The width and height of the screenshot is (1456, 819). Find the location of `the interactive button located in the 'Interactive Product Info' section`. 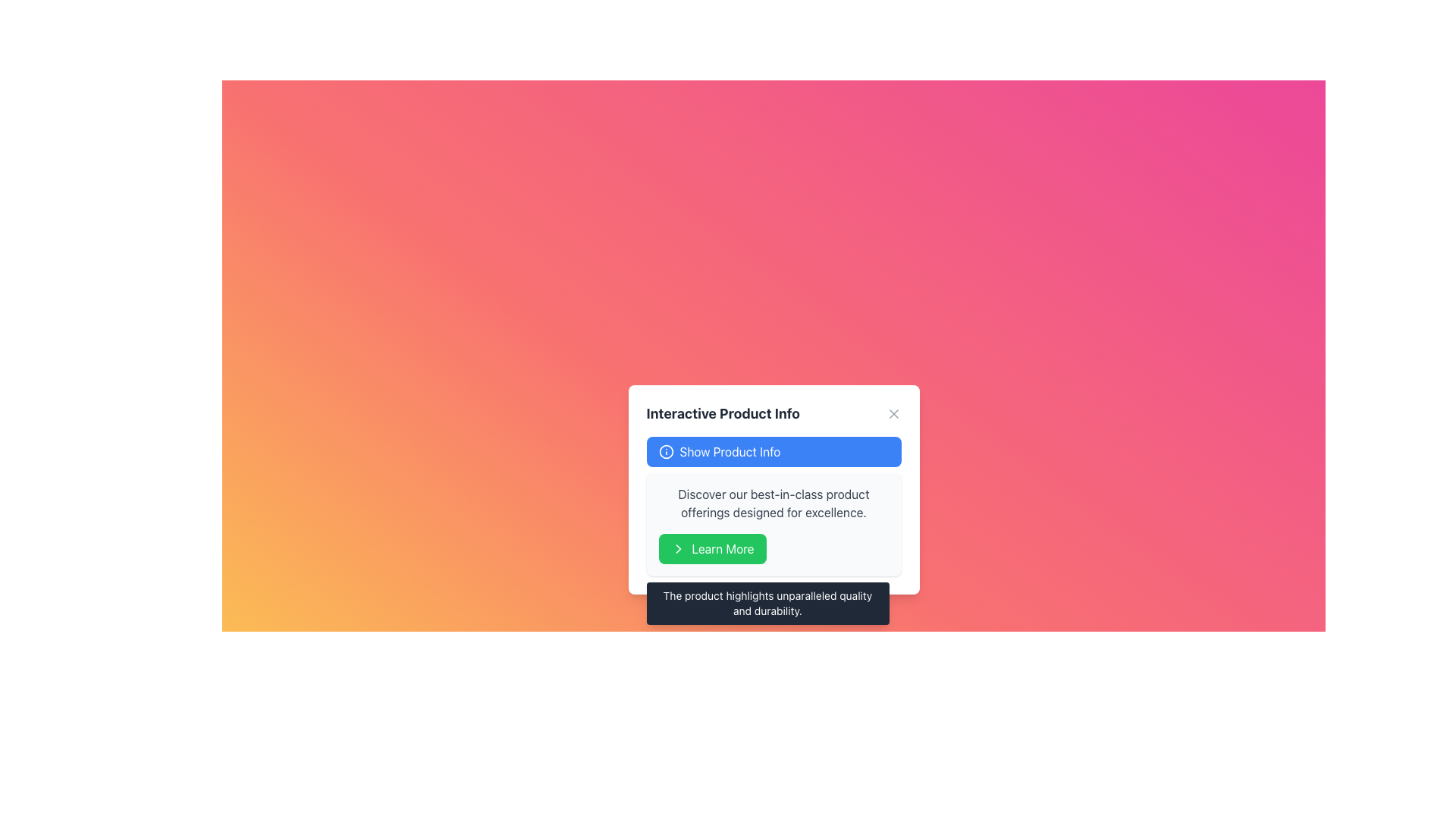

the interactive button located in the 'Interactive Product Info' section is located at coordinates (773, 451).